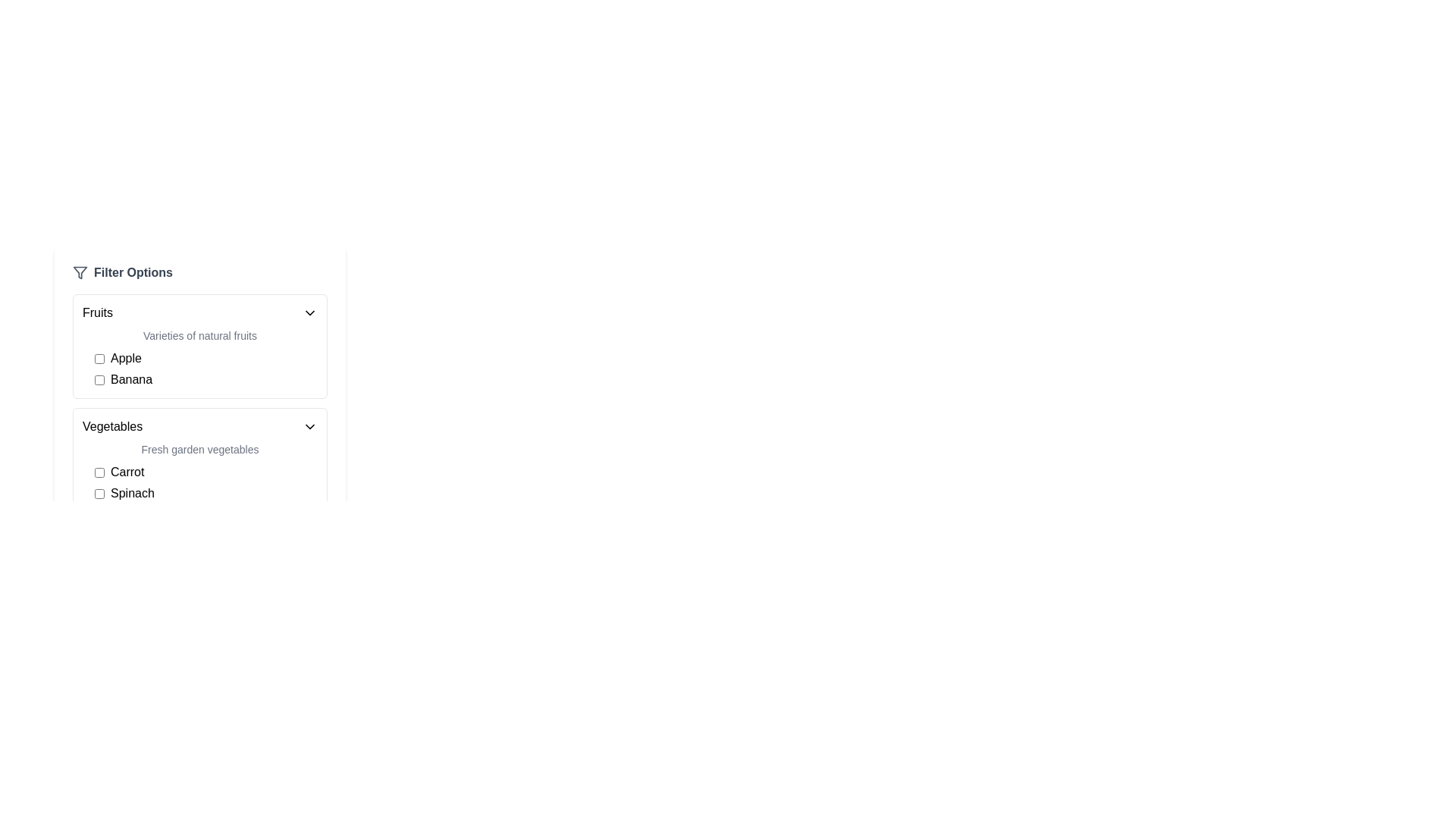 The width and height of the screenshot is (1456, 819). I want to click on the label displaying 'Varieties of natural fruits' which is styled in gray and located within the 'Fruits' dropdown section under 'Filter Options', so click(199, 335).